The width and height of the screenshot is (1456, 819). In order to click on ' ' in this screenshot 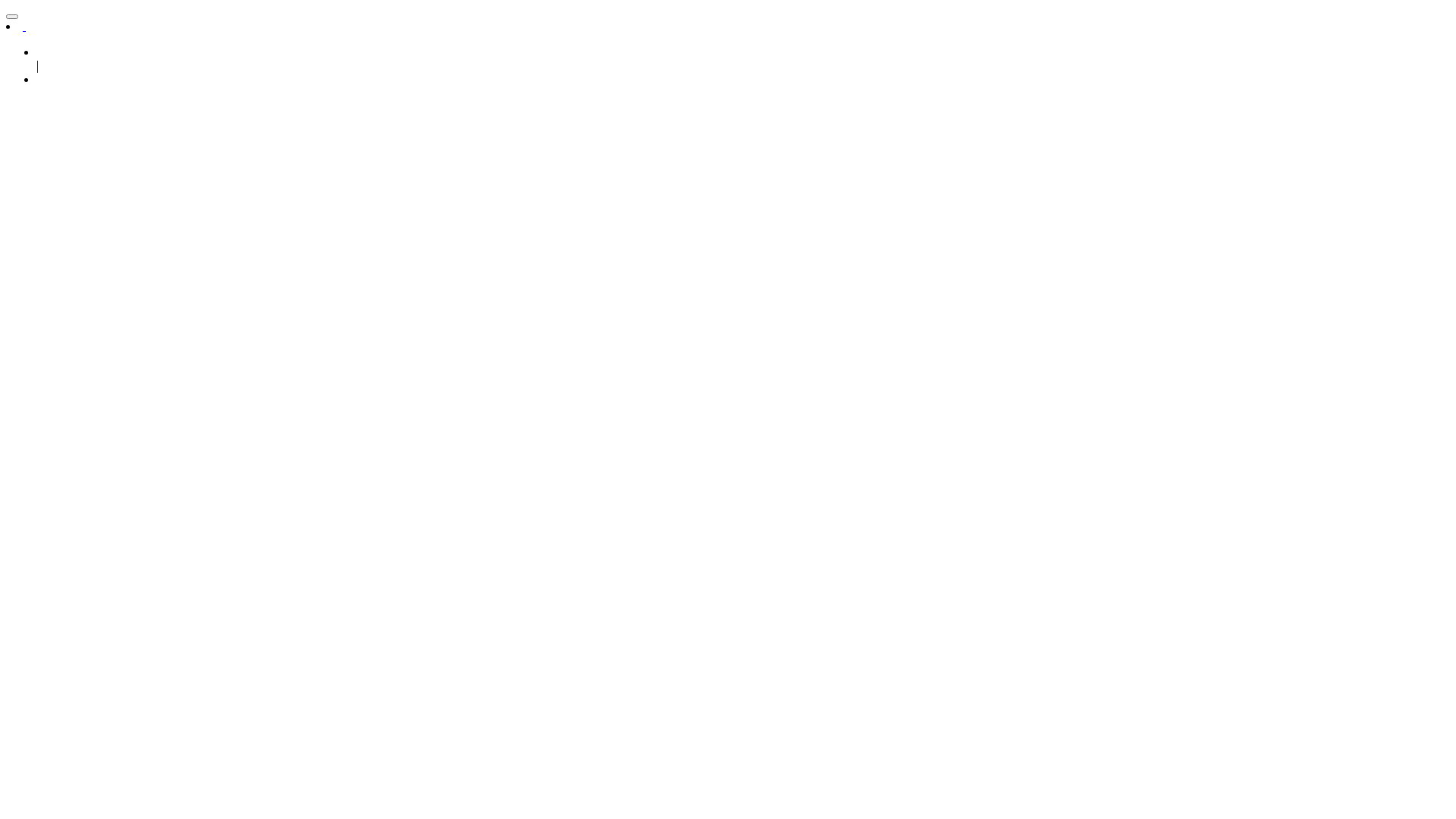, I will do `click(24, 26)`.